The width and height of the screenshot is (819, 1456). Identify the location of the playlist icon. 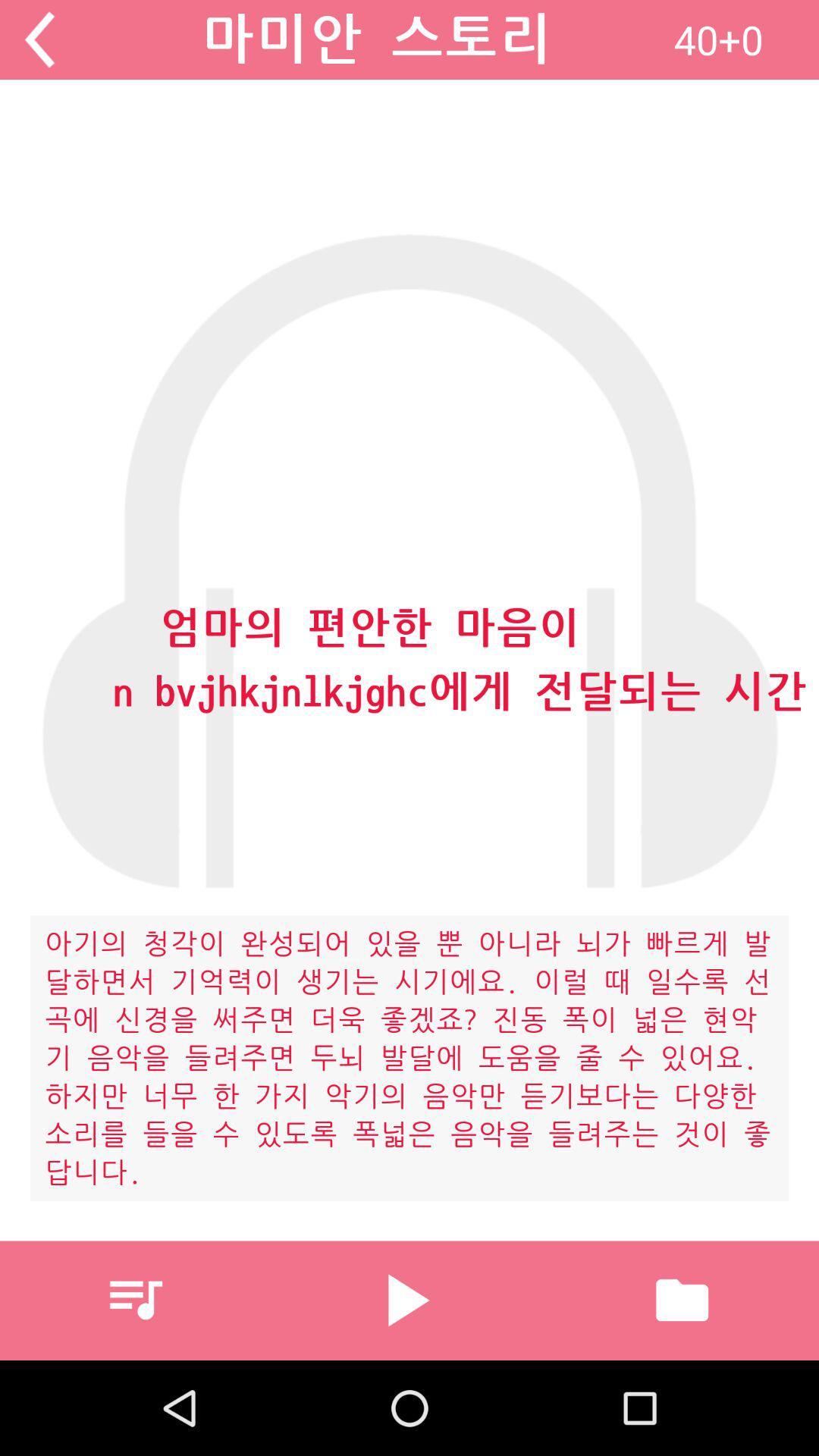
(135, 1392).